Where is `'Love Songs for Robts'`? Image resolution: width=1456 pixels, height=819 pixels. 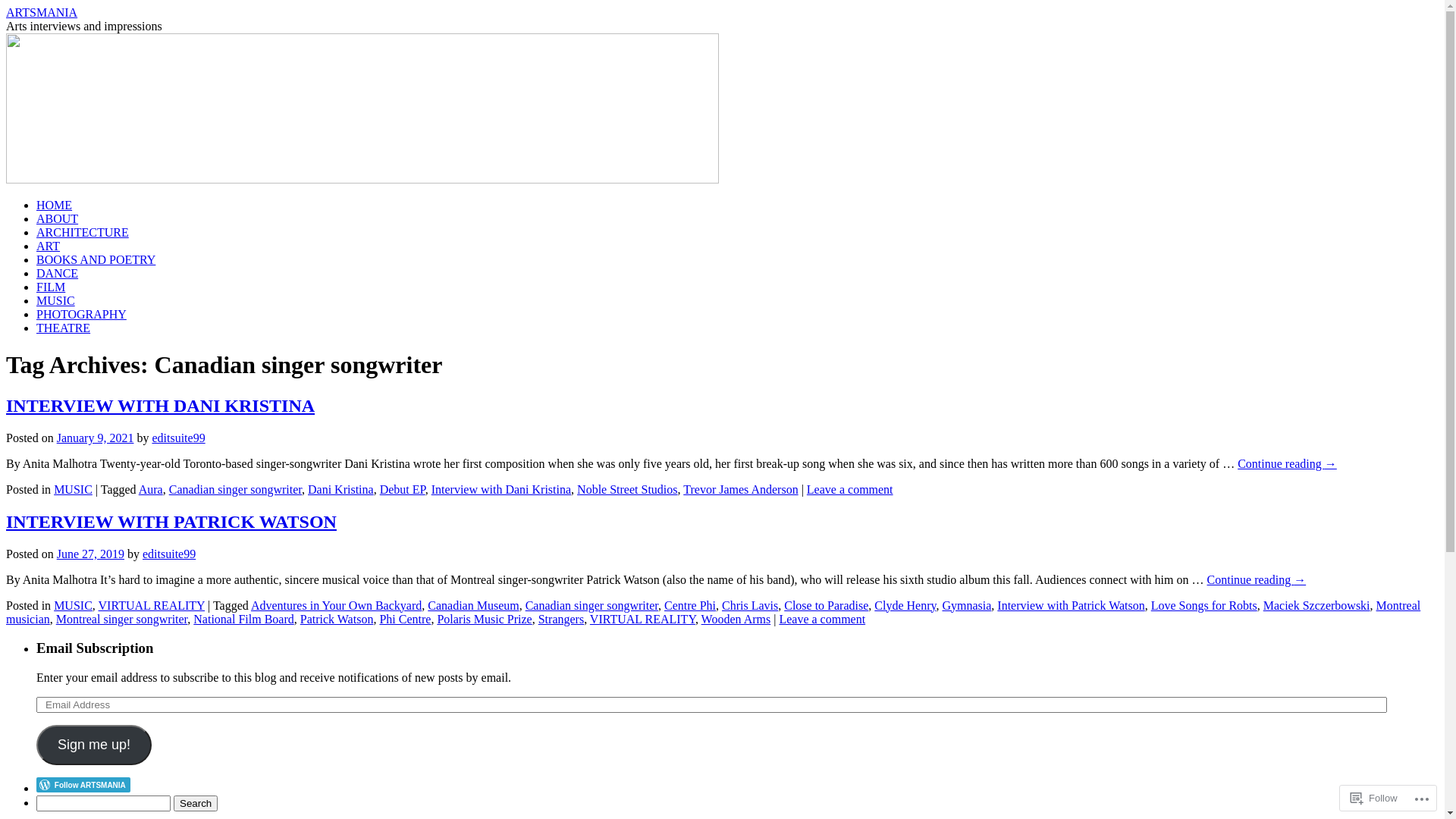 'Love Songs for Robts' is located at coordinates (1203, 604).